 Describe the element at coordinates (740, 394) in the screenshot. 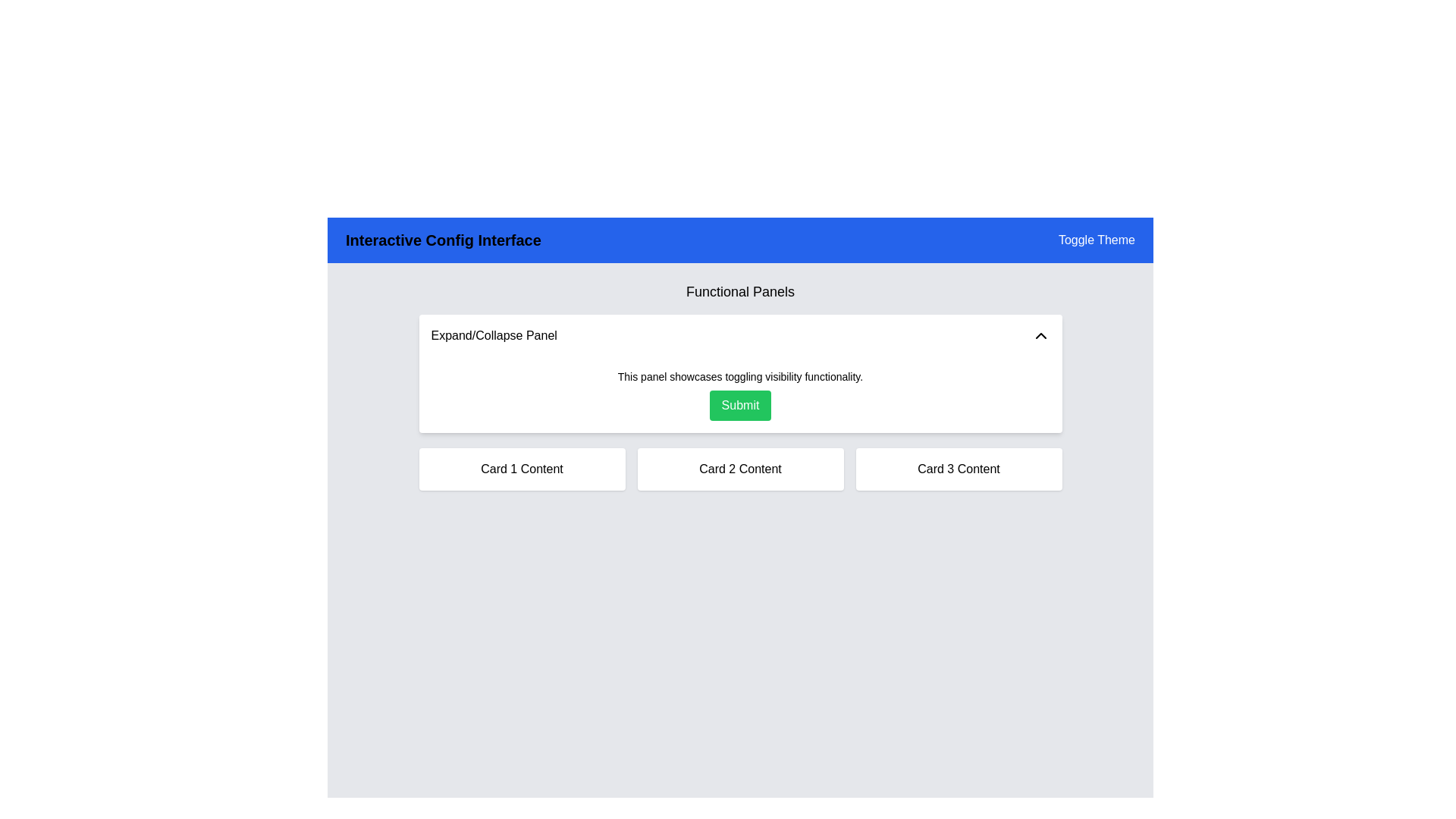

I see `the 'Submit' button located in the middle section of the interface, under the title 'Expand/Collapse Panel', inside the main panel` at that location.